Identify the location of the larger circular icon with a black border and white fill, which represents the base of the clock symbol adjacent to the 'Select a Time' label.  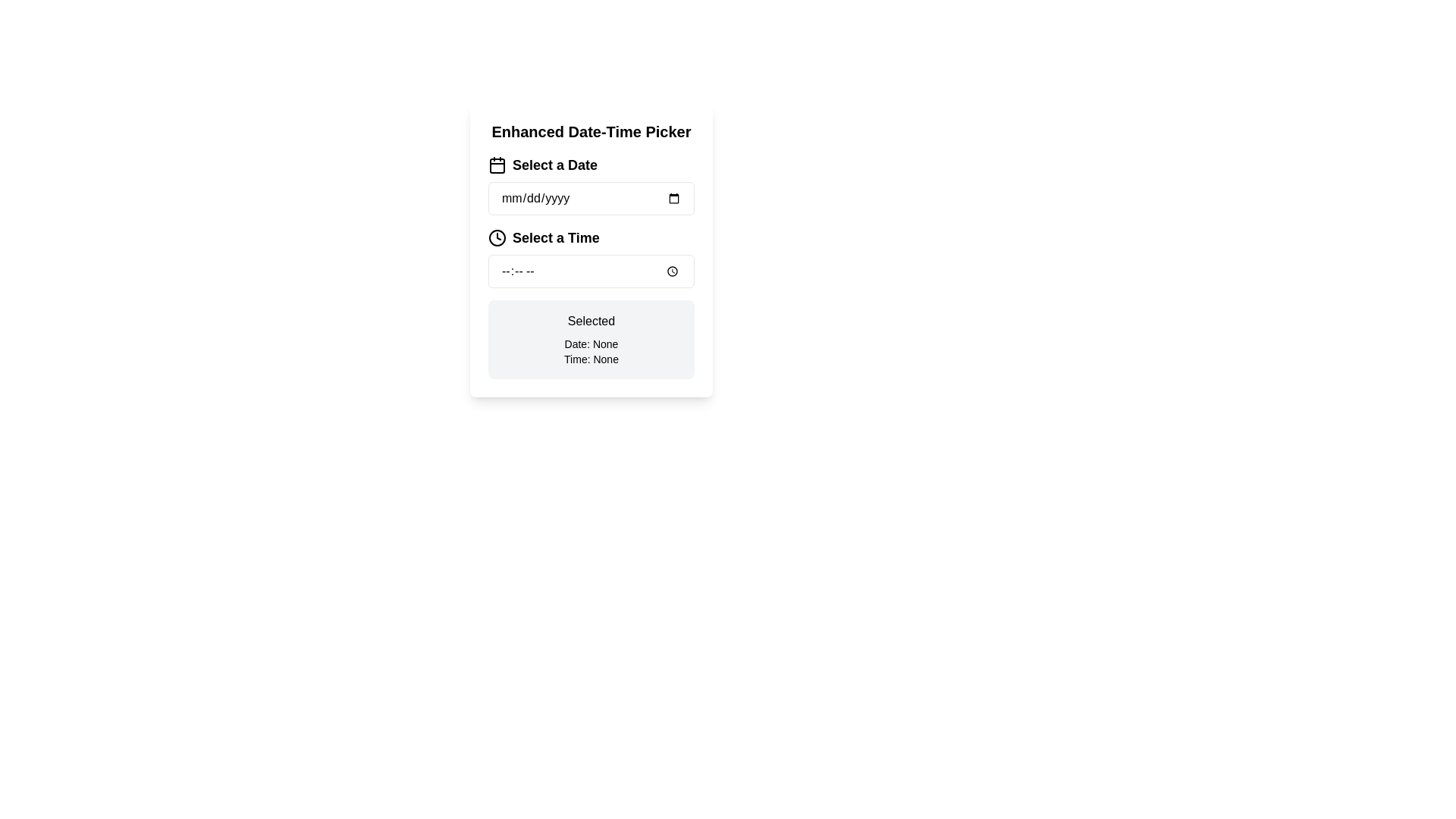
(497, 237).